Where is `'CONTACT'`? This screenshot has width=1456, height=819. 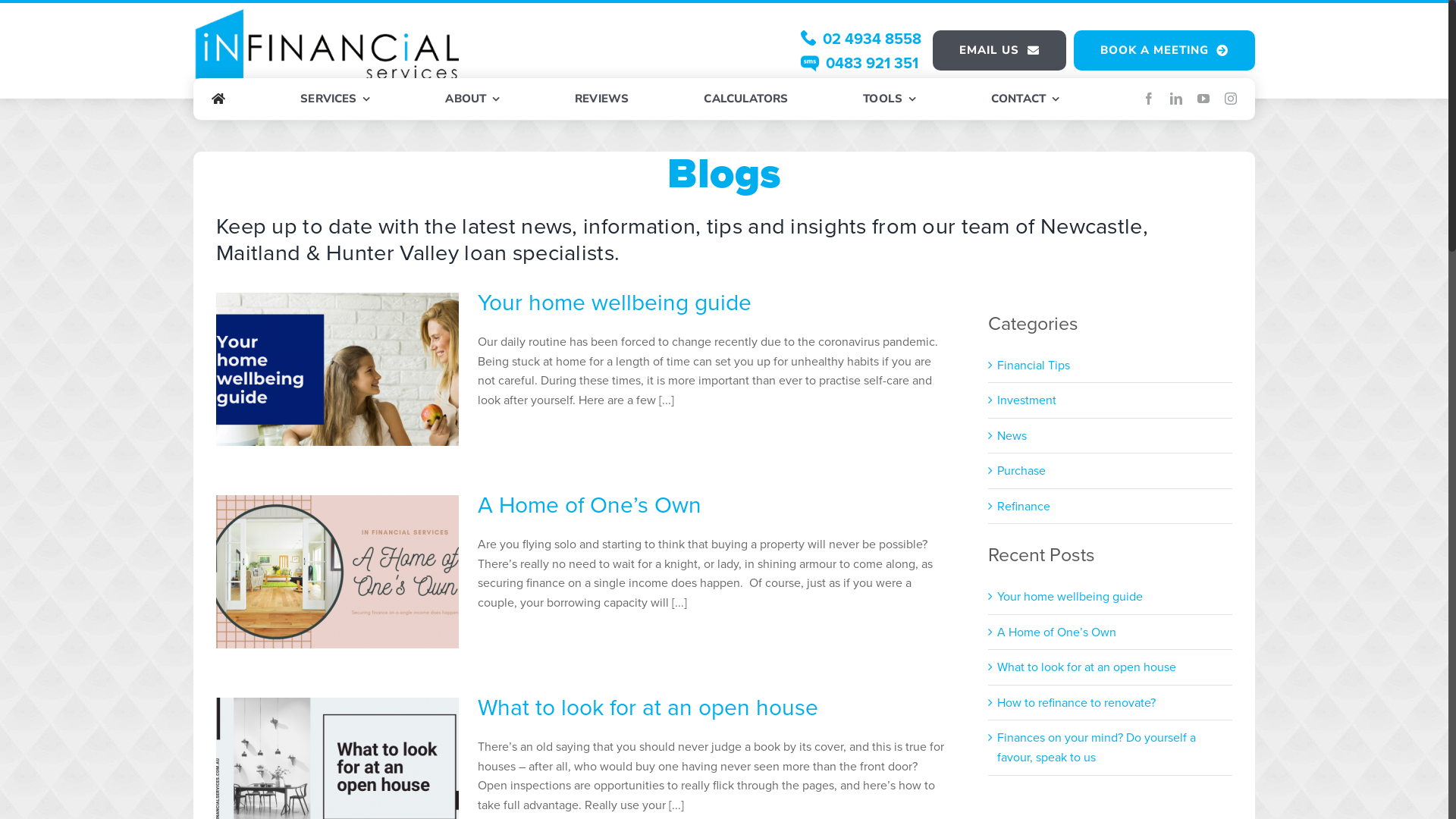 'CONTACT' is located at coordinates (1025, 99).